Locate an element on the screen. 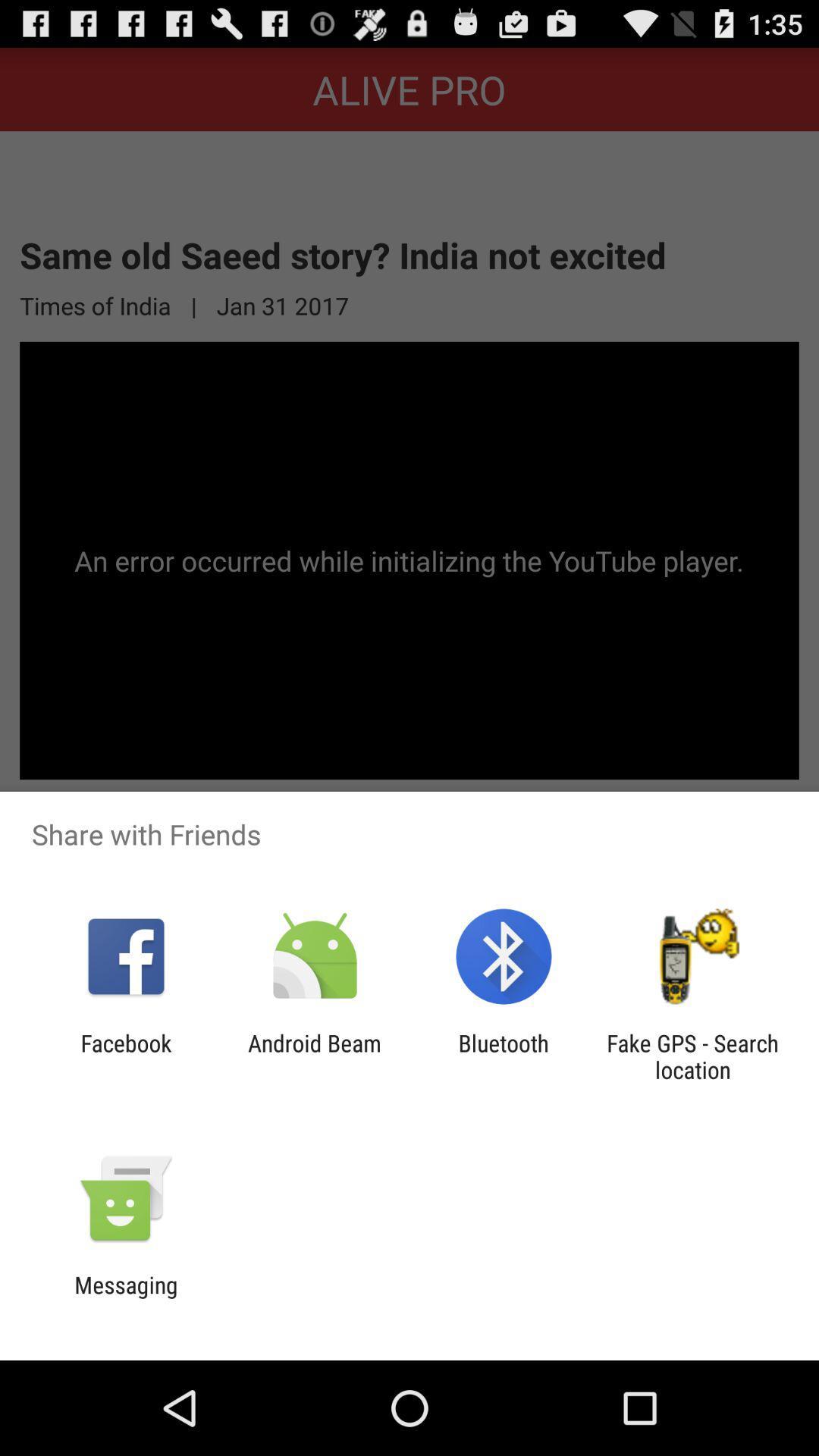 This screenshot has height=1456, width=819. the app to the right of facebook item is located at coordinates (314, 1056).